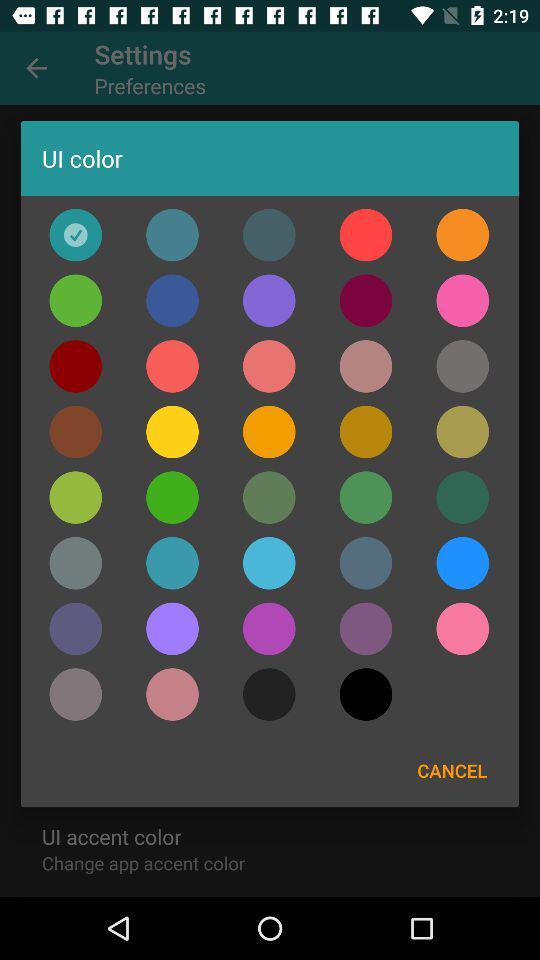  Describe the element at coordinates (269, 563) in the screenshot. I see `round shap` at that location.